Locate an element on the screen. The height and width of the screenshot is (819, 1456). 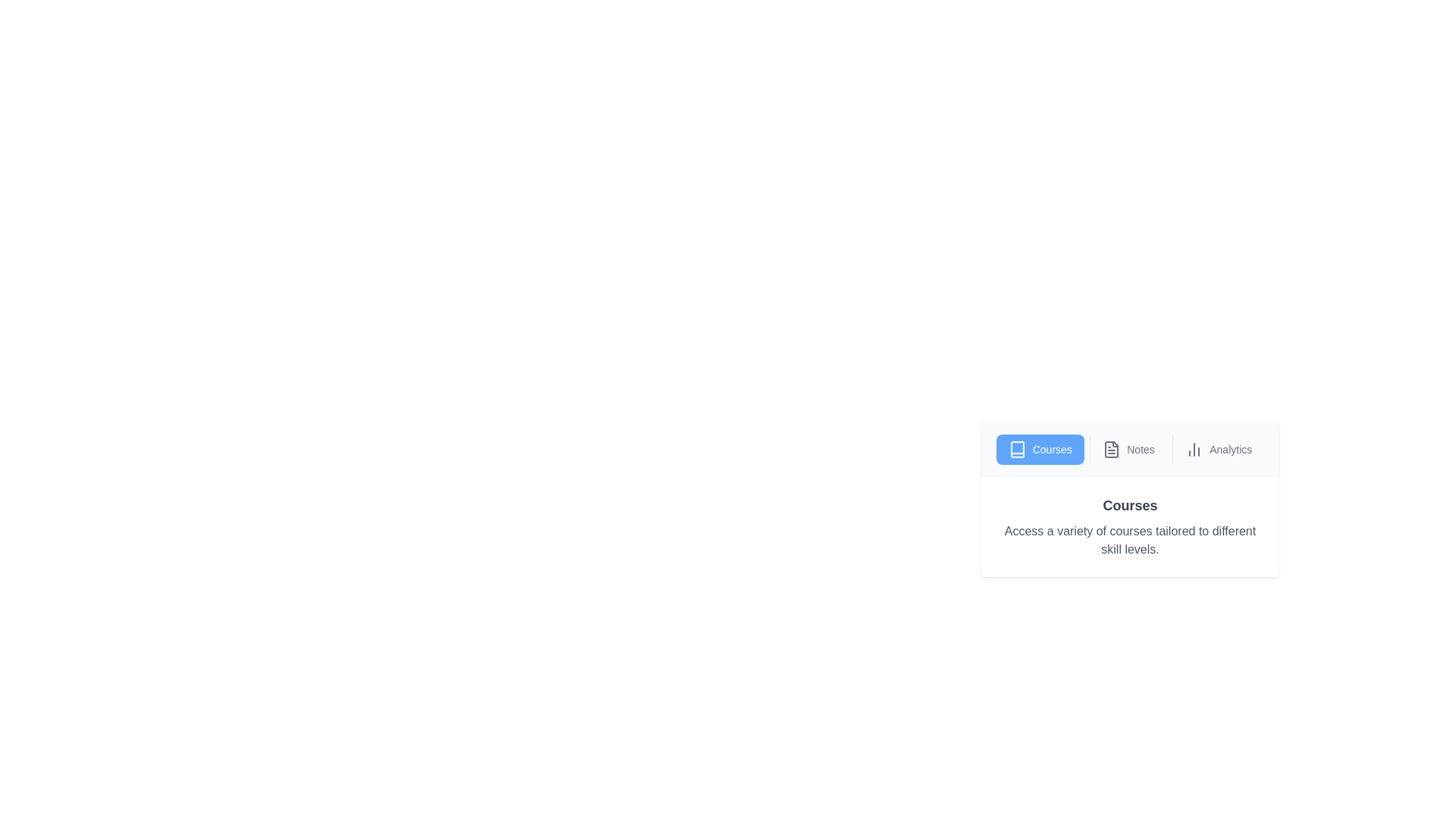
the Notes tab by clicking on its button is located at coordinates (1128, 449).